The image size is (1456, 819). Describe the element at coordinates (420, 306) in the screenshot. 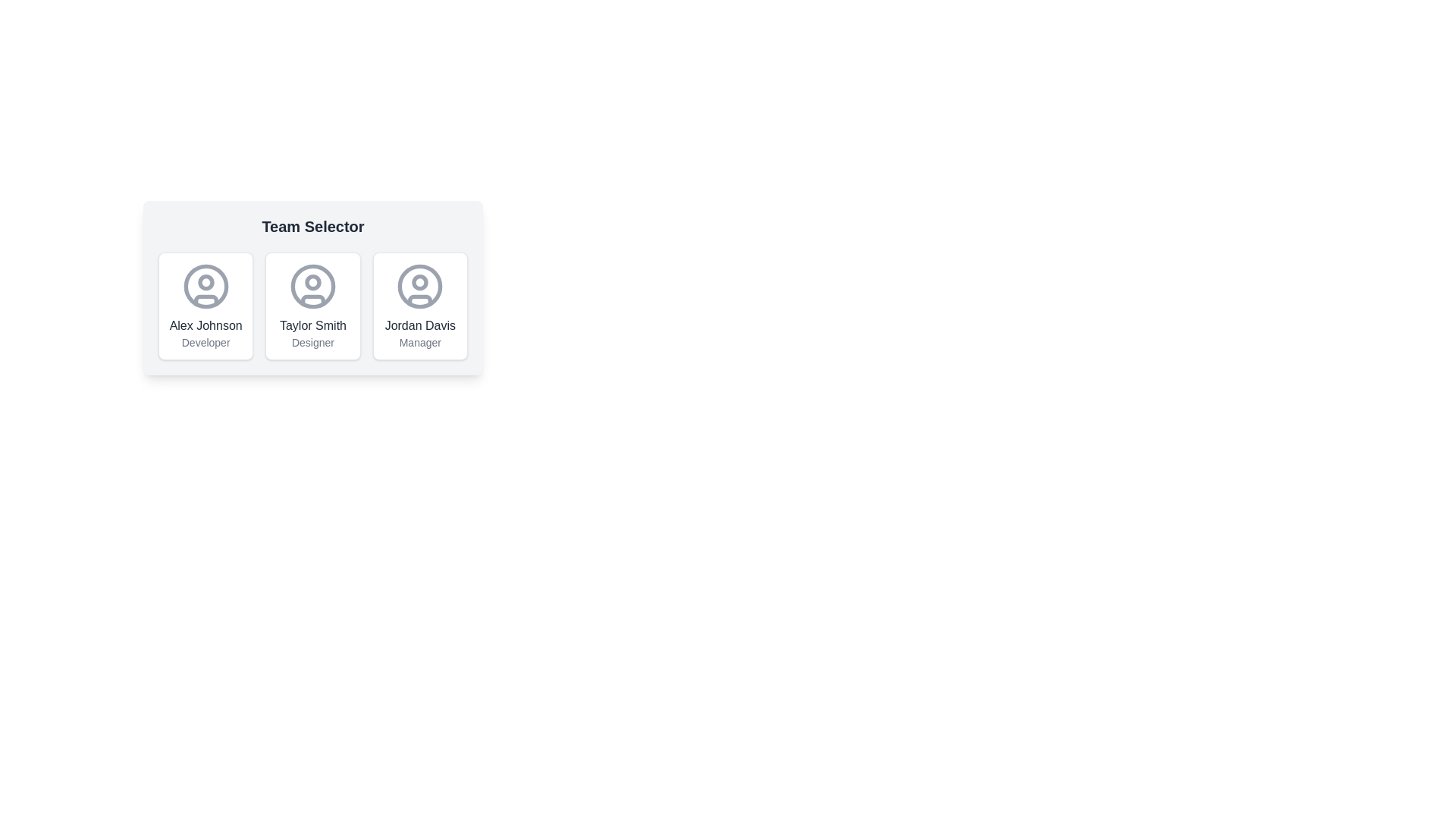

I see `the selectable profile card for 'Jordan Davis', which is the third card in a horizontal list of three cards` at that location.